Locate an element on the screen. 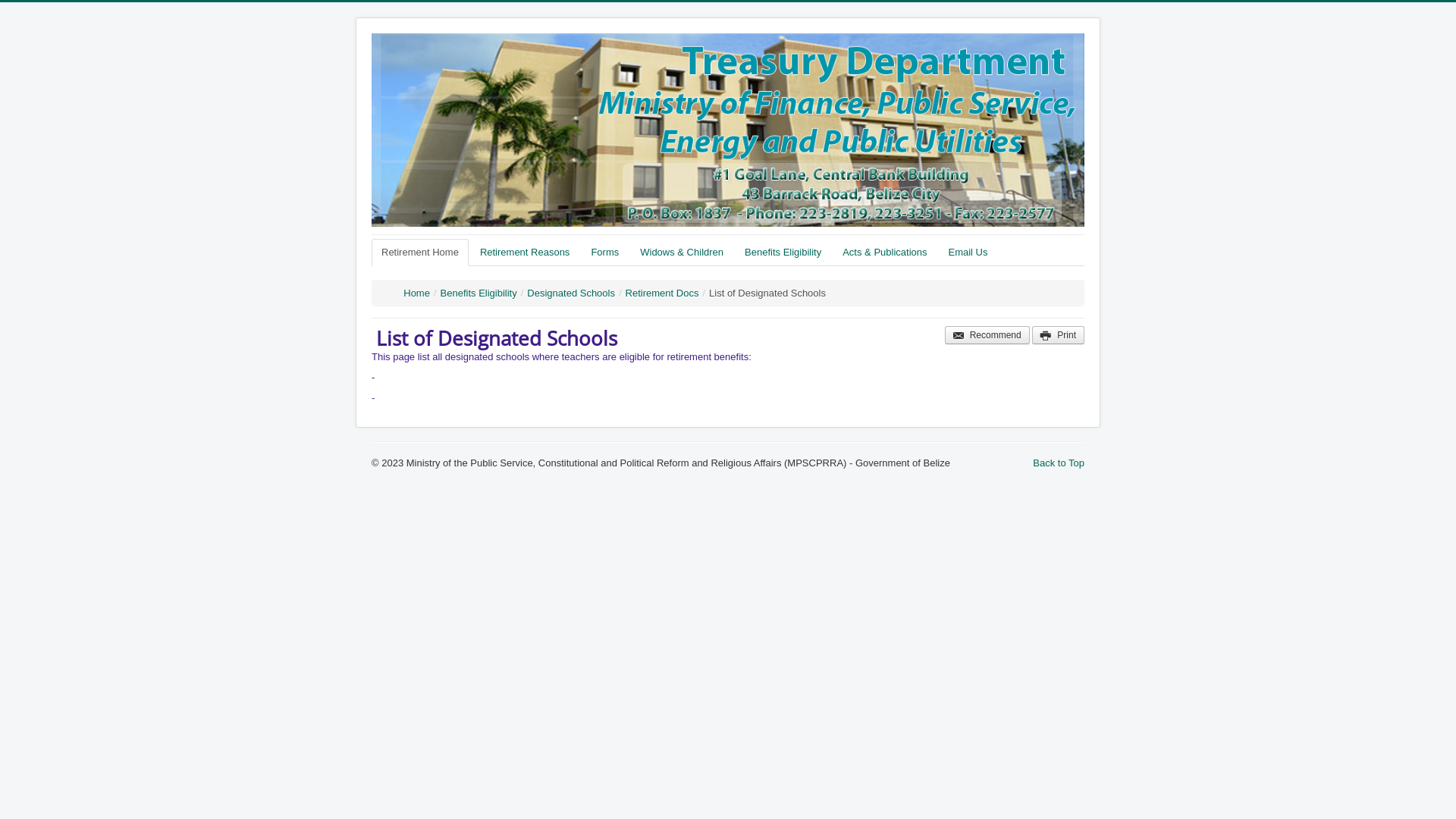  'Back to Top' is located at coordinates (1058, 462).